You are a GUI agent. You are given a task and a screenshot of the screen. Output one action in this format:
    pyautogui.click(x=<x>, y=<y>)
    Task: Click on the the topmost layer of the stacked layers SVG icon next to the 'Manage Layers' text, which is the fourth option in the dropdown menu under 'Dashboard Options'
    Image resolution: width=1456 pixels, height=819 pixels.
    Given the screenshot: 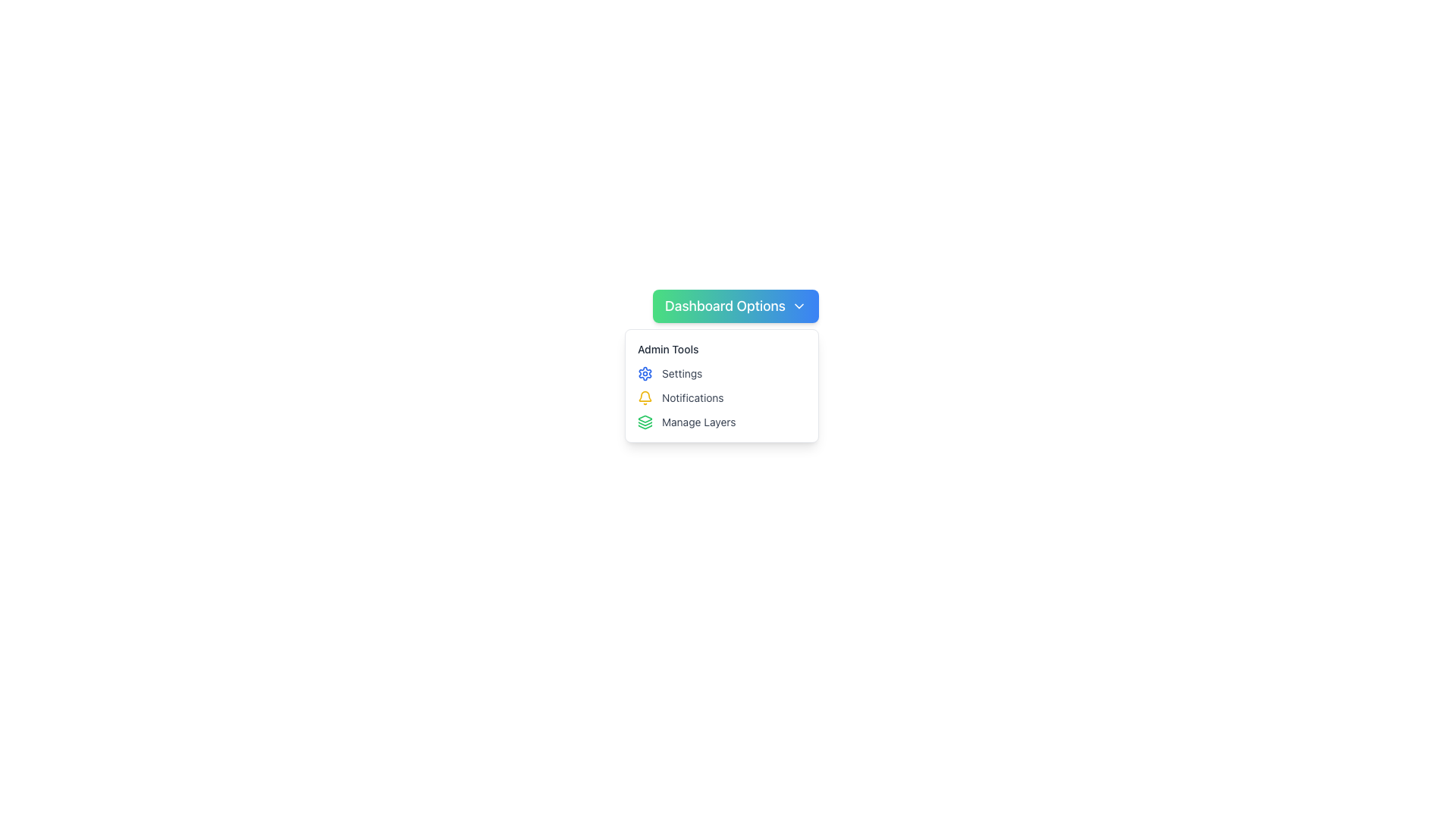 What is the action you would take?
    pyautogui.click(x=645, y=419)
    